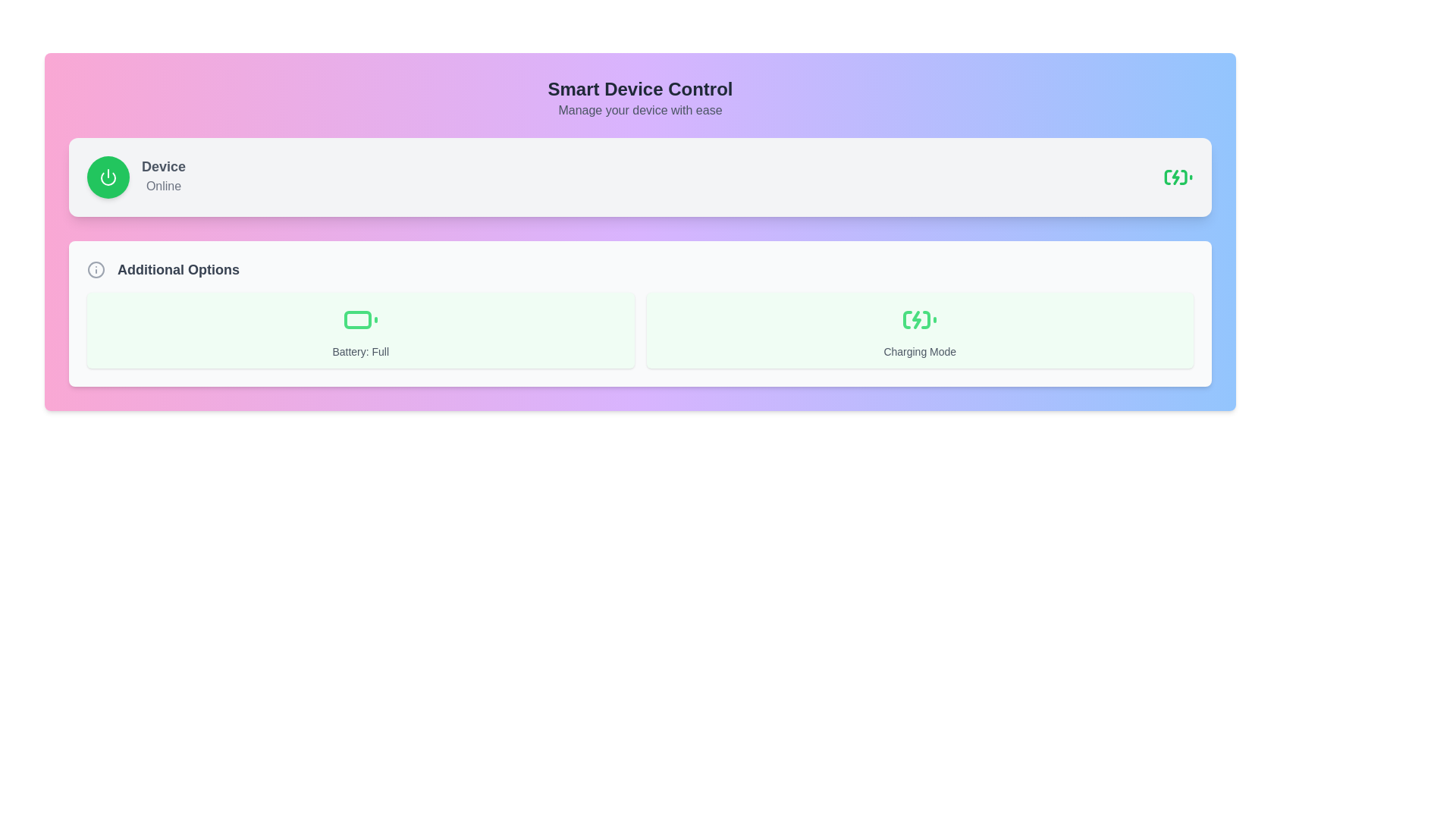  I want to click on the text label that displays 'Device' in large, bold, dark gray font and 'Online' in smaller, light gray font, located to the right of the circular green power button, so click(164, 177).